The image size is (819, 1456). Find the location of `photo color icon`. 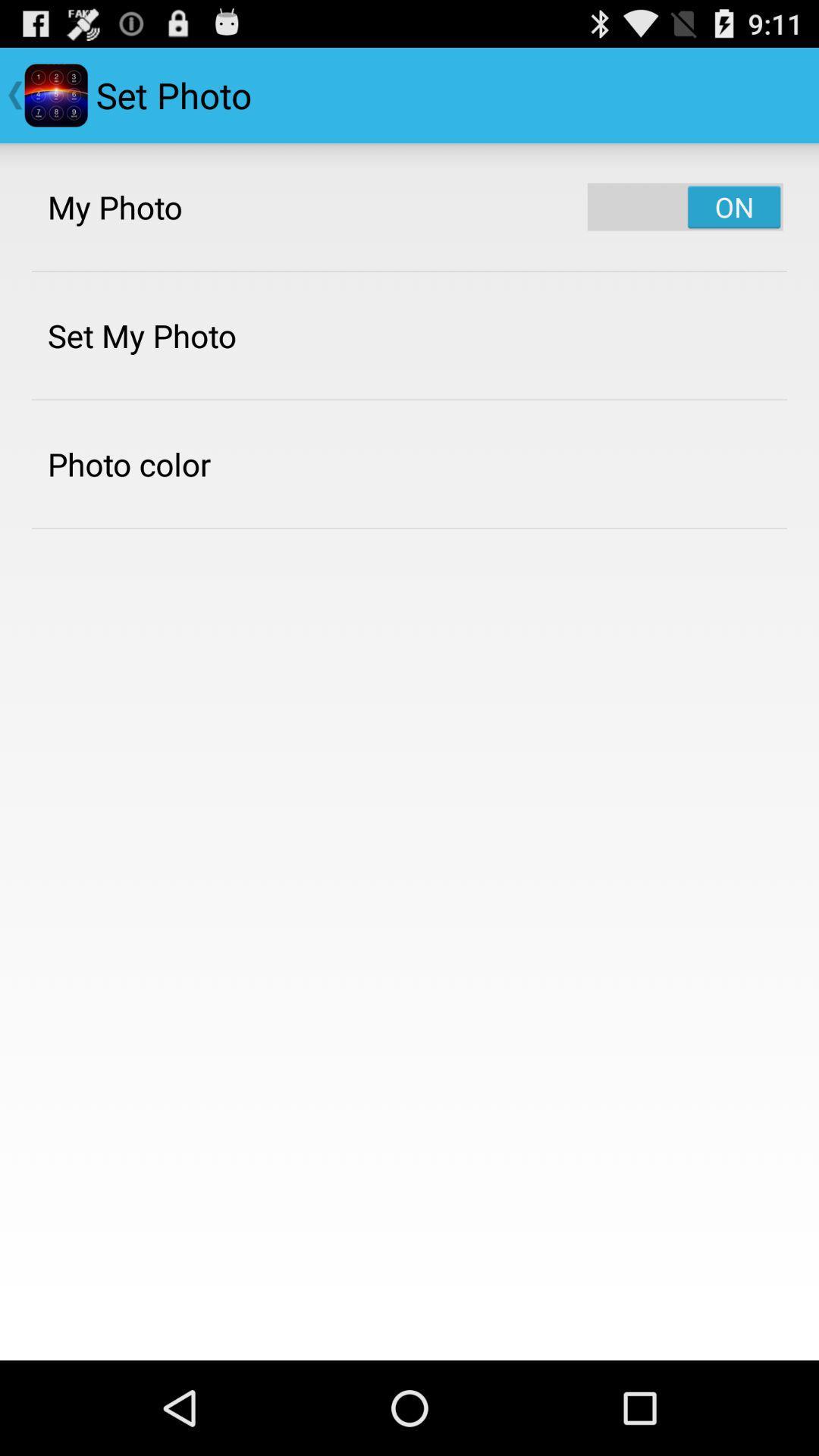

photo color icon is located at coordinates (128, 463).